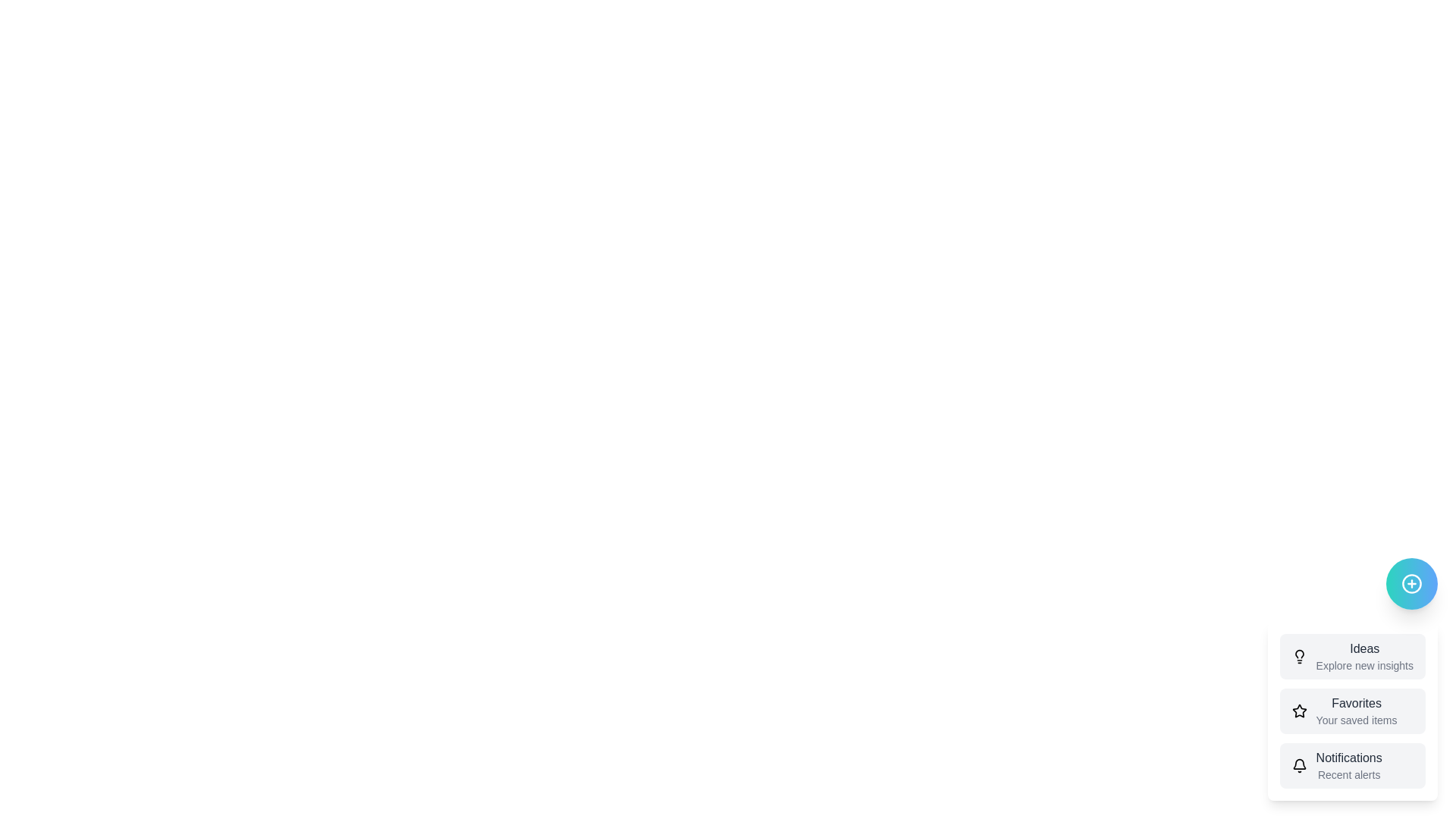  Describe the element at coordinates (1298, 764) in the screenshot. I see `the bell notification icon, which is a minimalistic outline design located at the bottom right corner of the interface, next to the menu options 'Ideas', 'Favorites', and 'Notifications'` at that location.